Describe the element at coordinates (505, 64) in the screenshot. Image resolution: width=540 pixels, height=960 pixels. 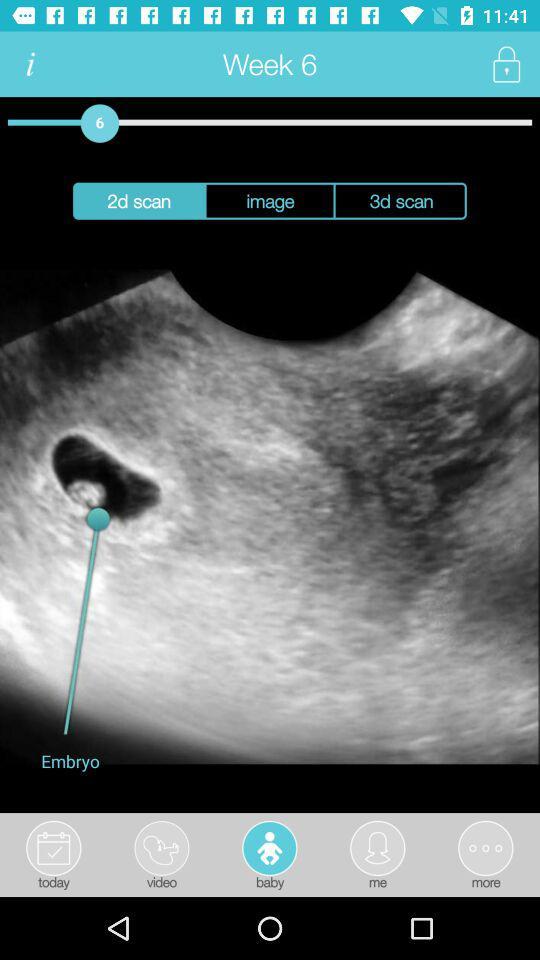
I see `icon to the right of week 6` at that location.